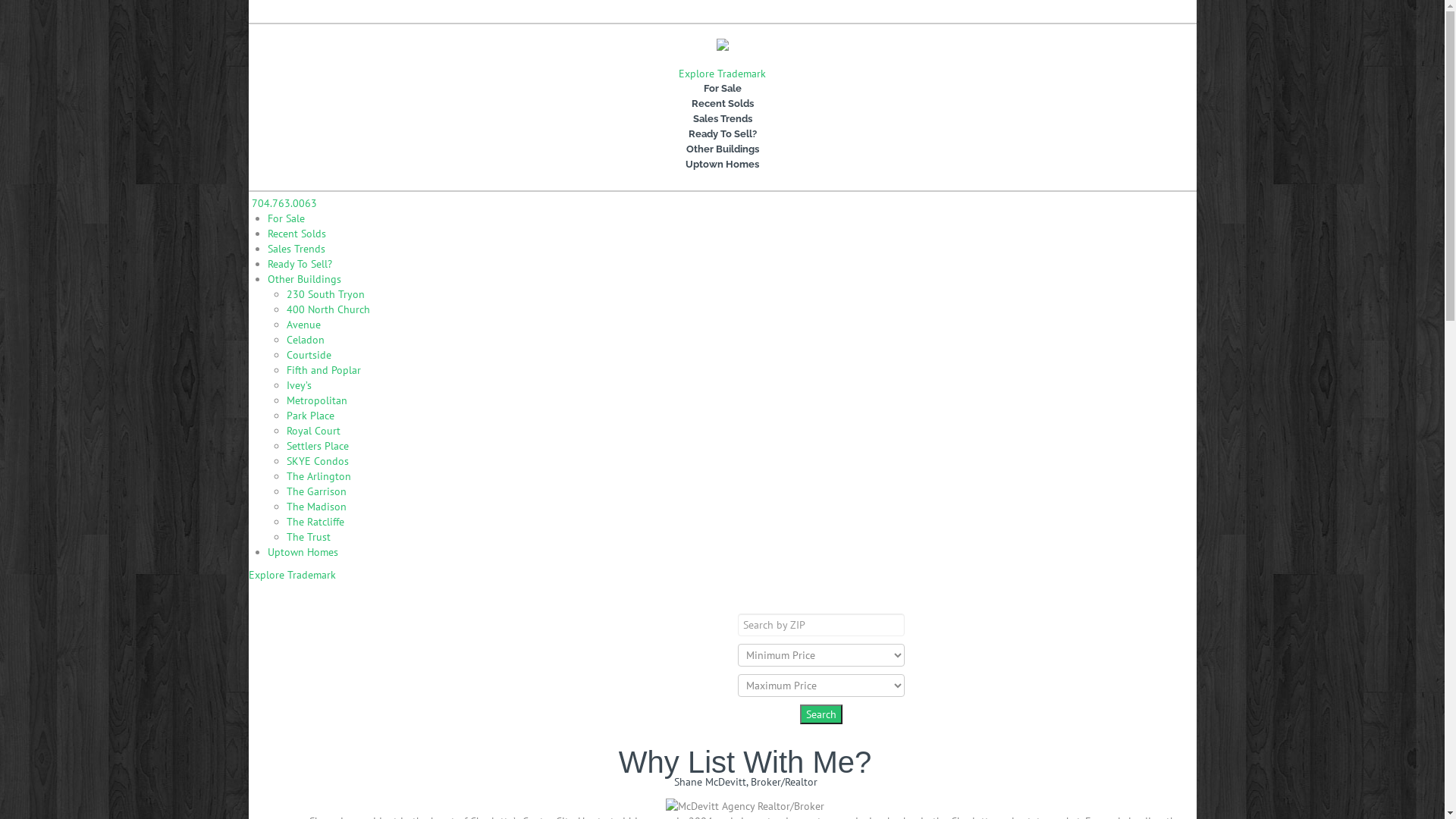 The height and width of the screenshot is (819, 1456). I want to click on 'Courtside', so click(308, 354).